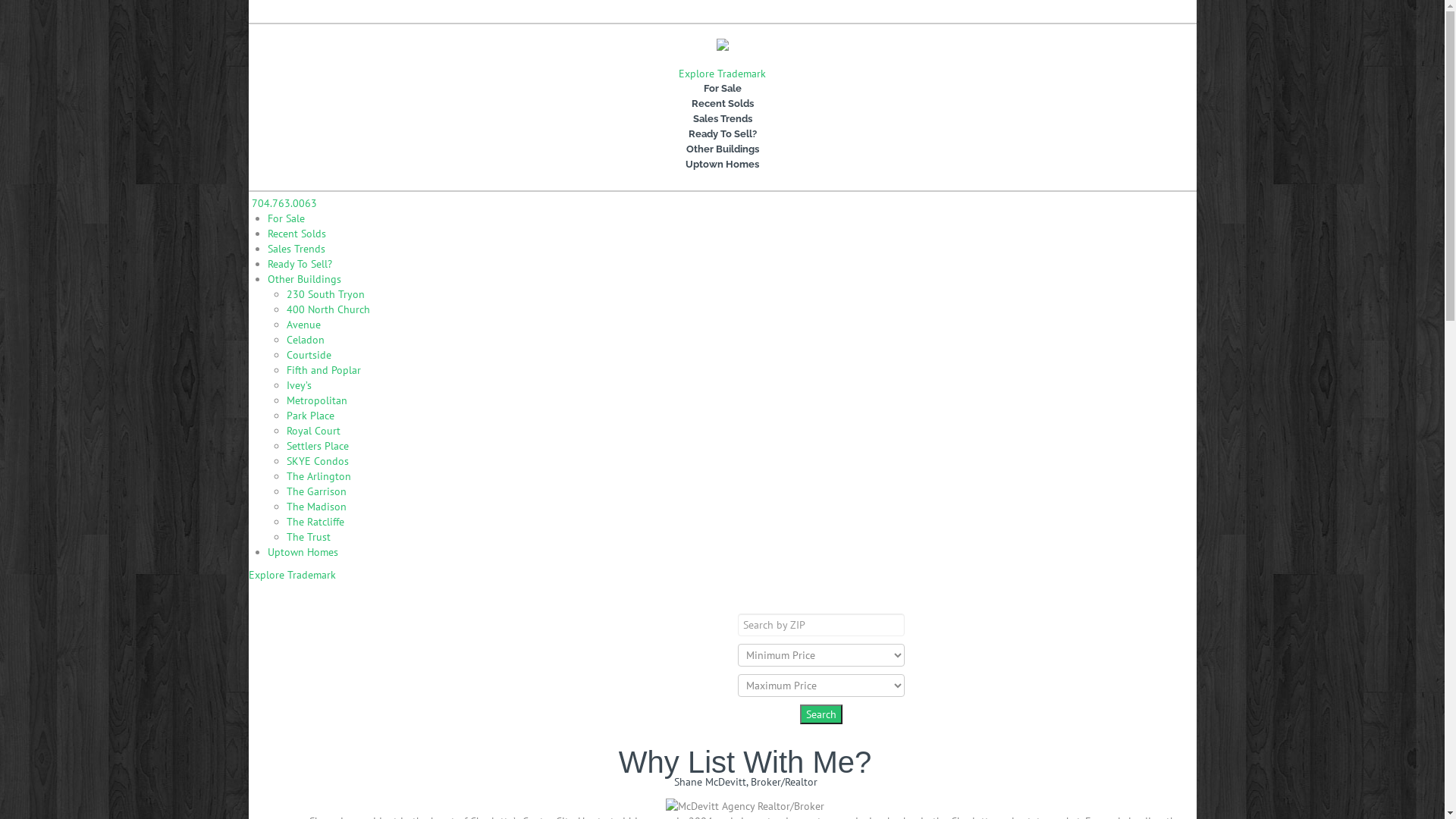 The height and width of the screenshot is (819, 1456). I want to click on 'Courtside', so click(308, 354).